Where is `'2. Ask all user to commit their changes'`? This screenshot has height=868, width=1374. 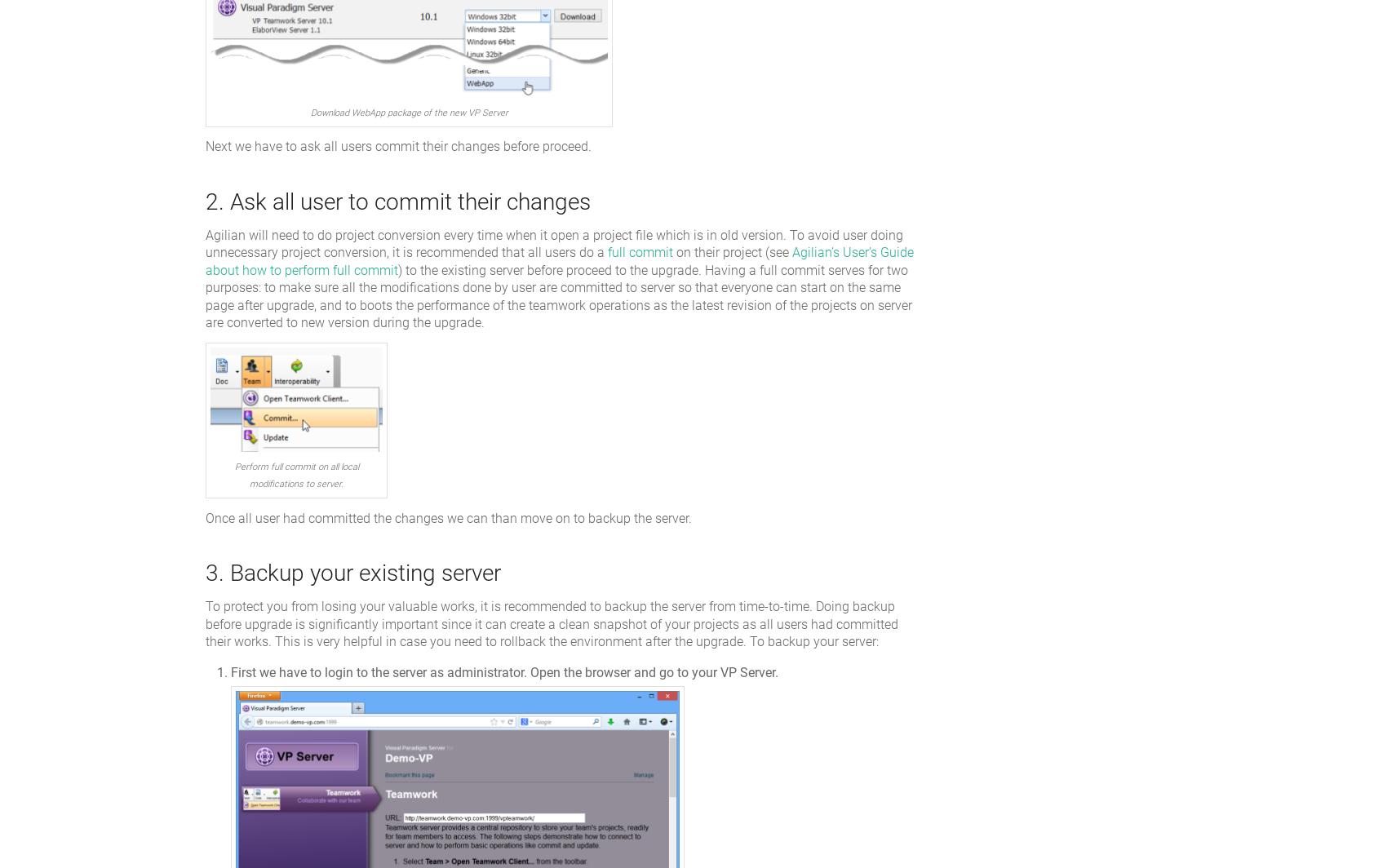
'2. Ask all user to commit their changes' is located at coordinates (397, 201).